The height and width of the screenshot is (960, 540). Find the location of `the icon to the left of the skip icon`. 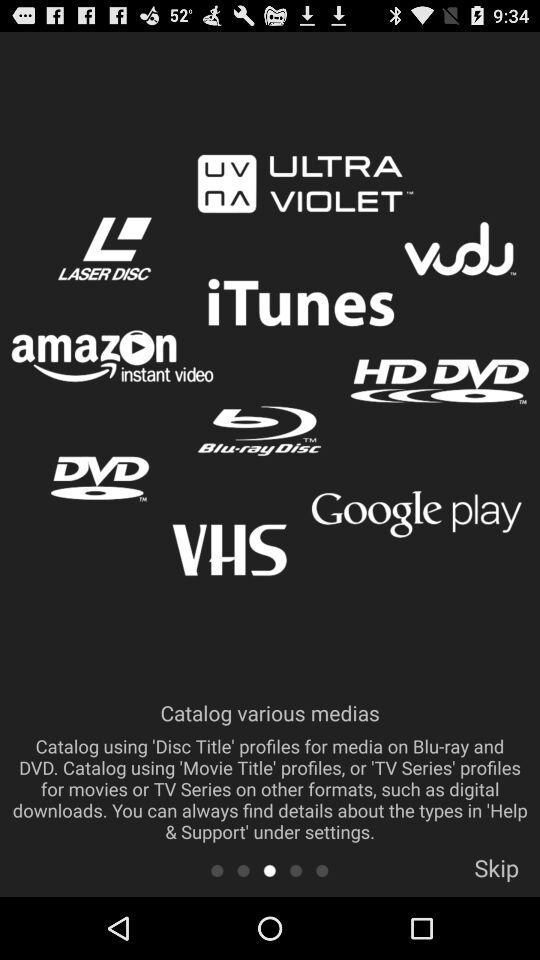

the icon to the left of the skip icon is located at coordinates (322, 869).